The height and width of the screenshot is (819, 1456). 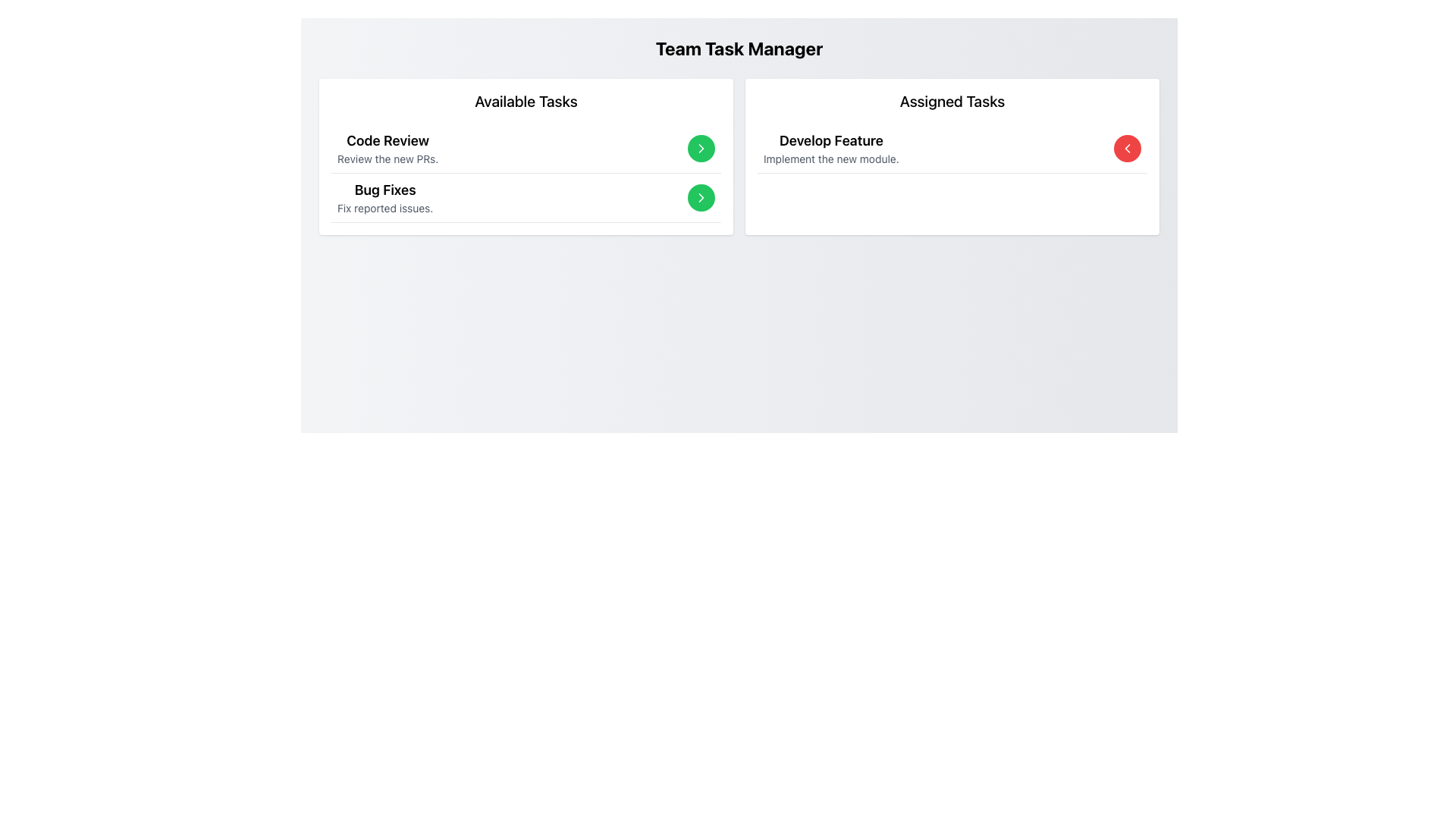 What do you see at coordinates (1128, 149) in the screenshot?
I see `the vector graphic chevron icon located in the top-right section of the 'Assigned Tasks' card` at bounding box center [1128, 149].